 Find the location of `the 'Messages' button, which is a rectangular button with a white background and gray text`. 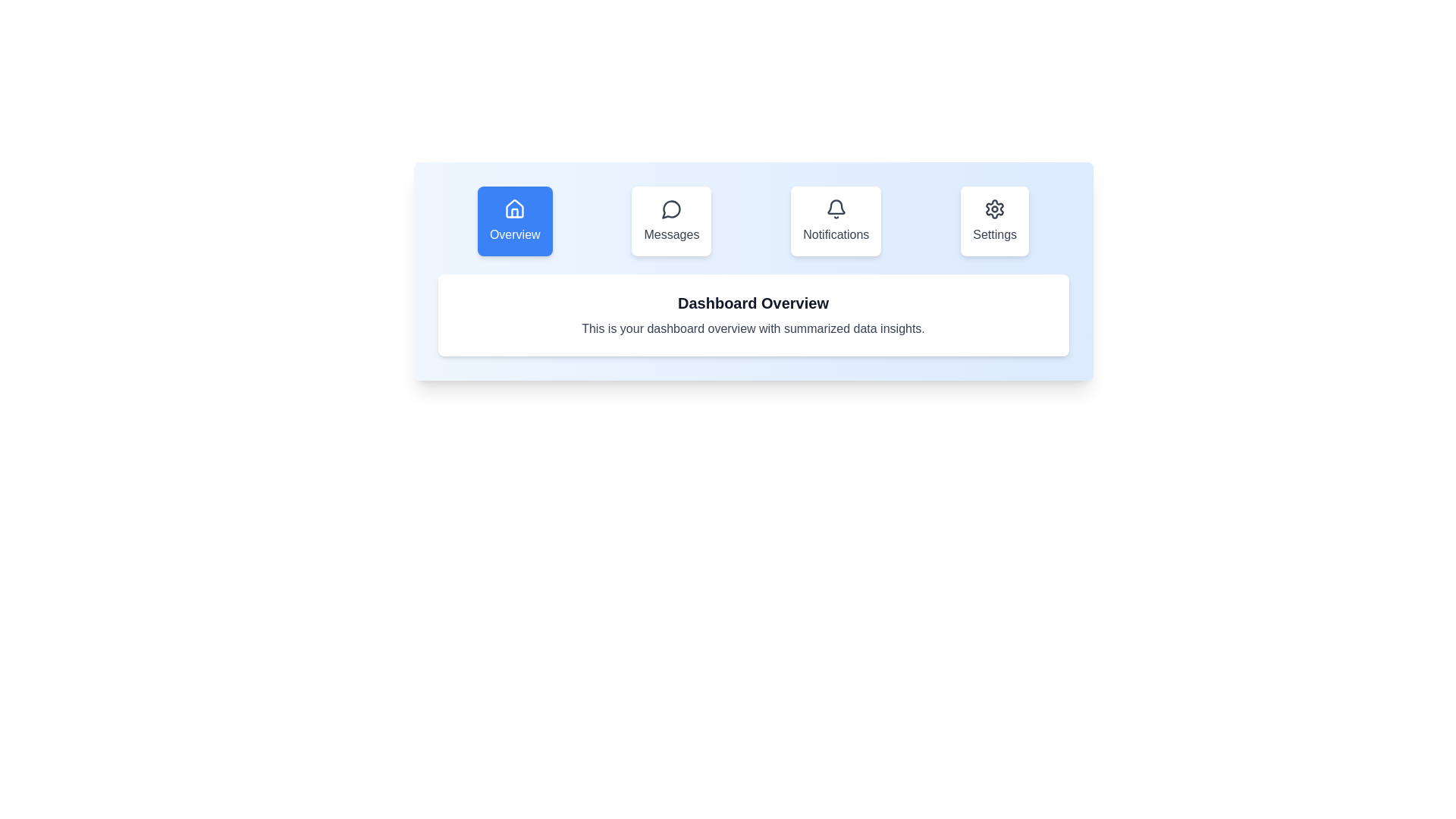

the 'Messages' button, which is a rectangular button with a white background and gray text is located at coordinates (670, 221).